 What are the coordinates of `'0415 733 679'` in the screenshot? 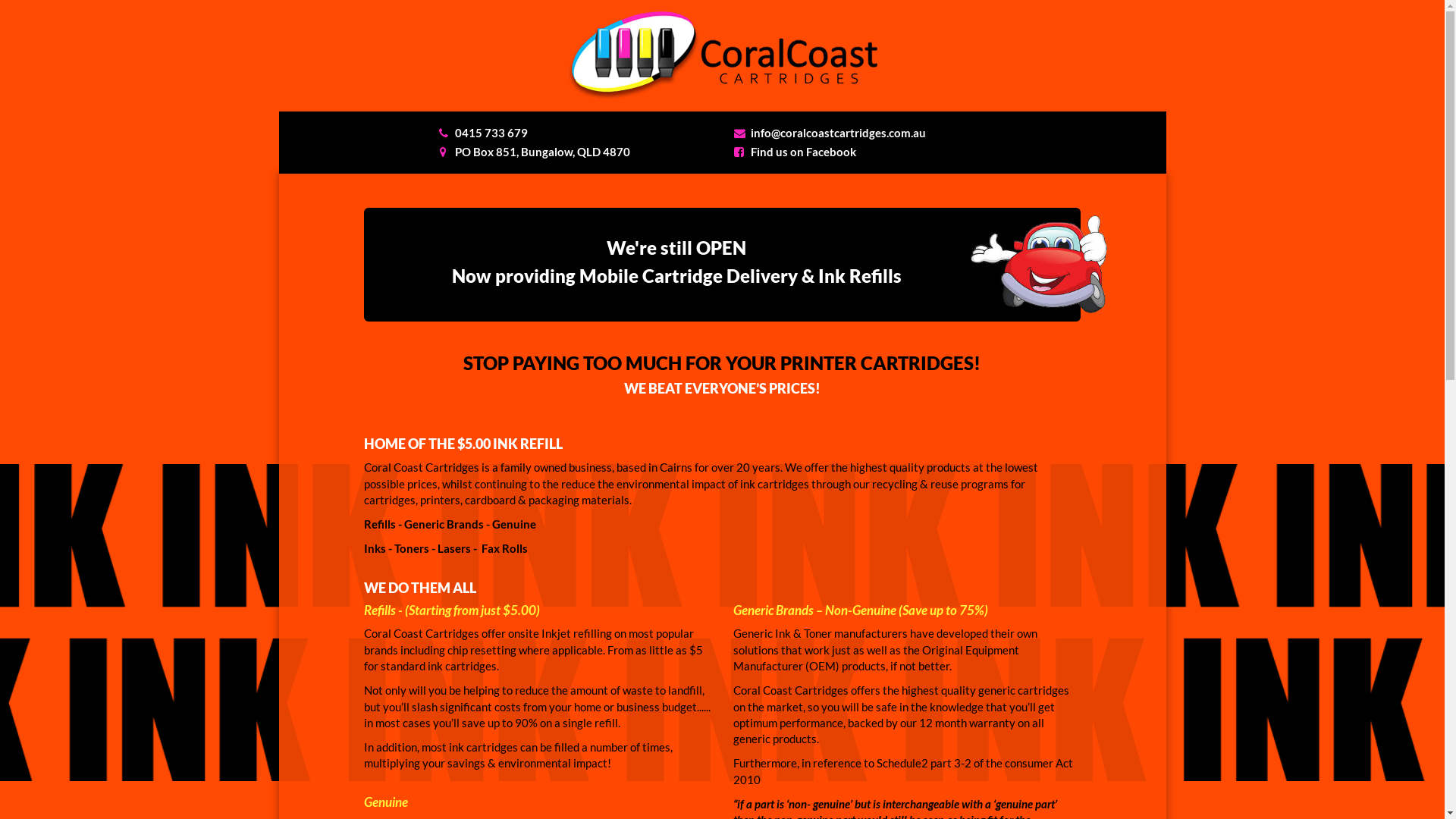 It's located at (491, 131).